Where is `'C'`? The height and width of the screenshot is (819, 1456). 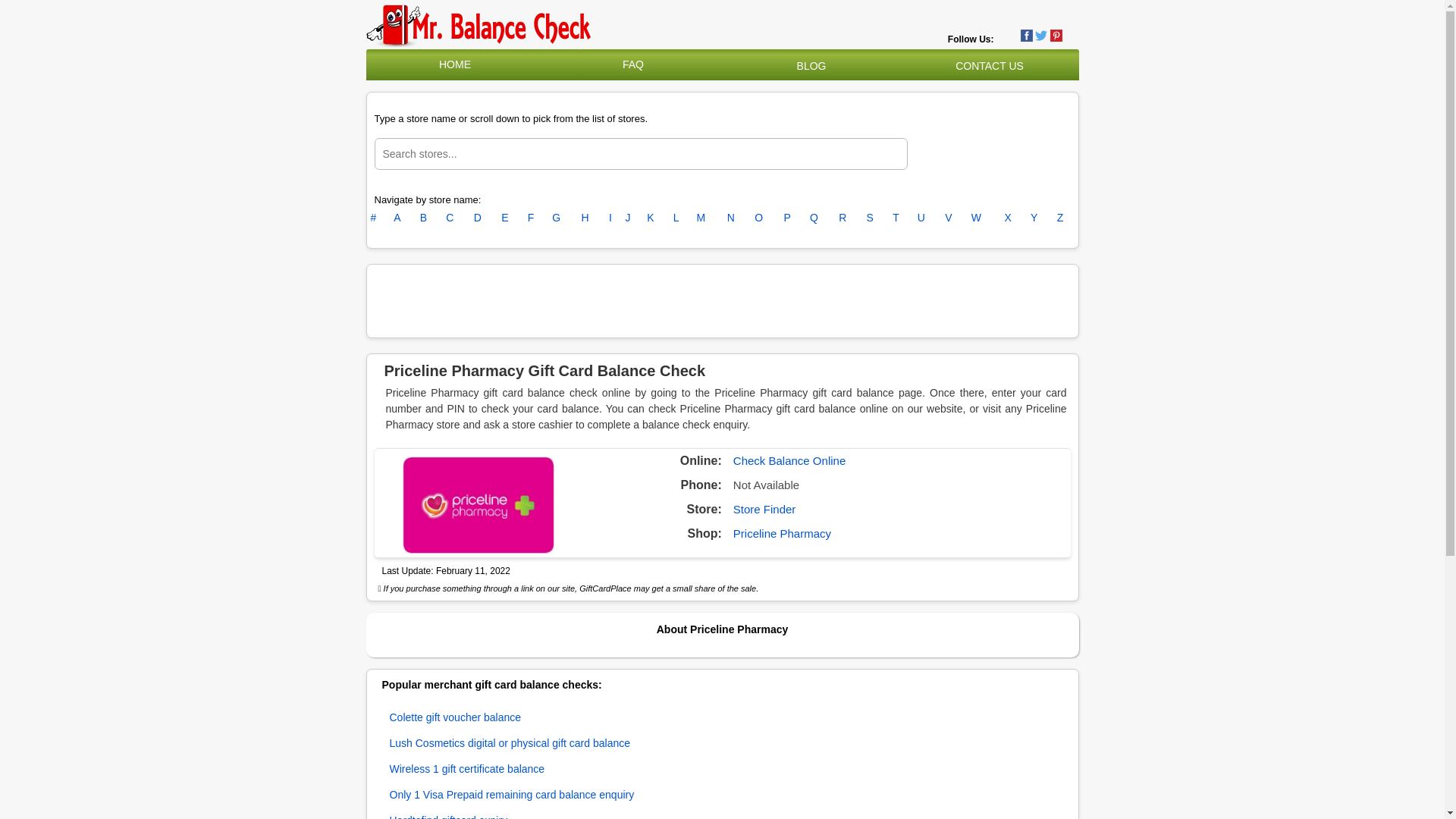
'C' is located at coordinates (449, 217).